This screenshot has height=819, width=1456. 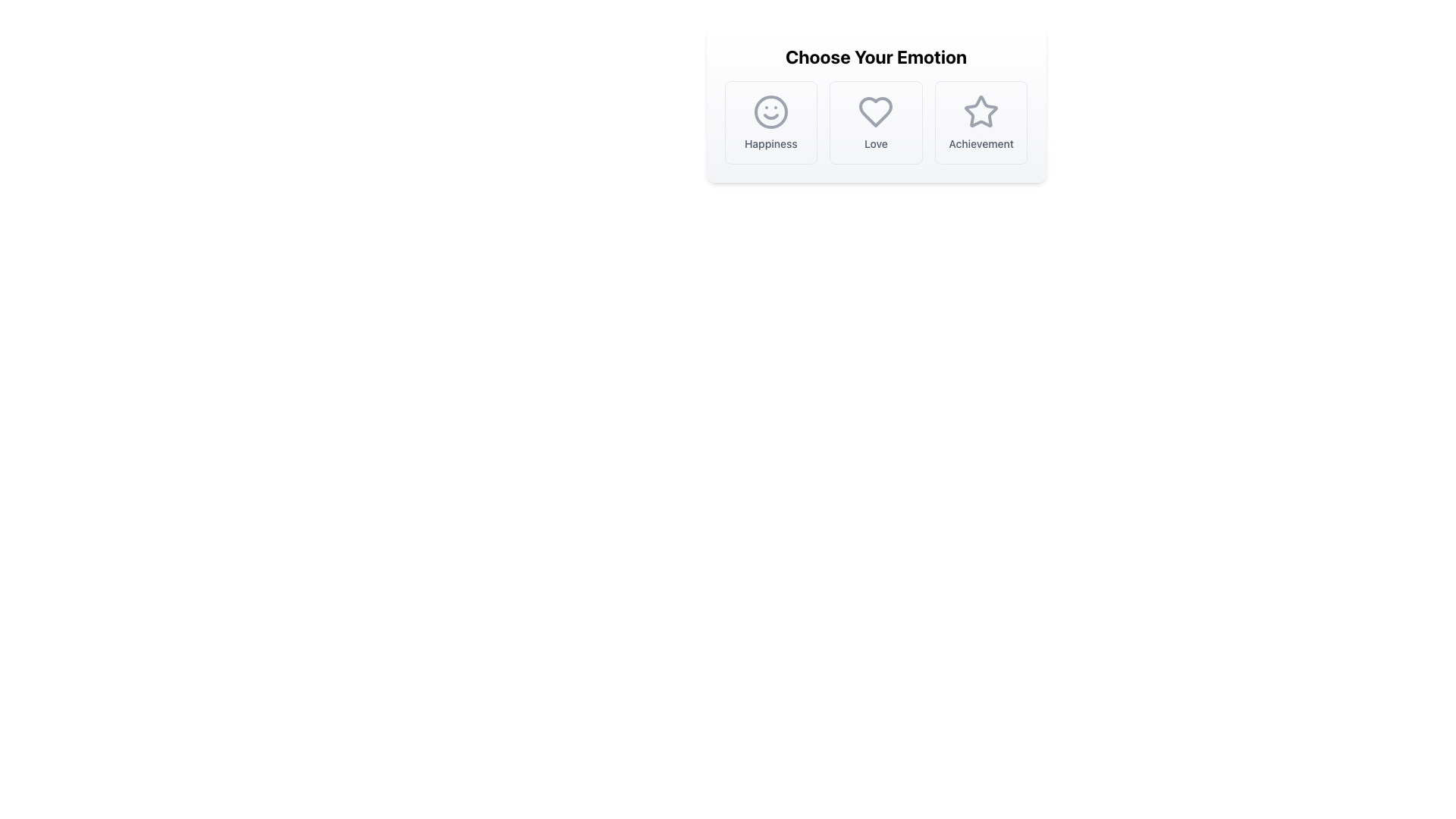 What do you see at coordinates (770, 111) in the screenshot?
I see `the 'Happiness' emotion selection icon, which is the first option in a horizontal list of selectable elements` at bounding box center [770, 111].